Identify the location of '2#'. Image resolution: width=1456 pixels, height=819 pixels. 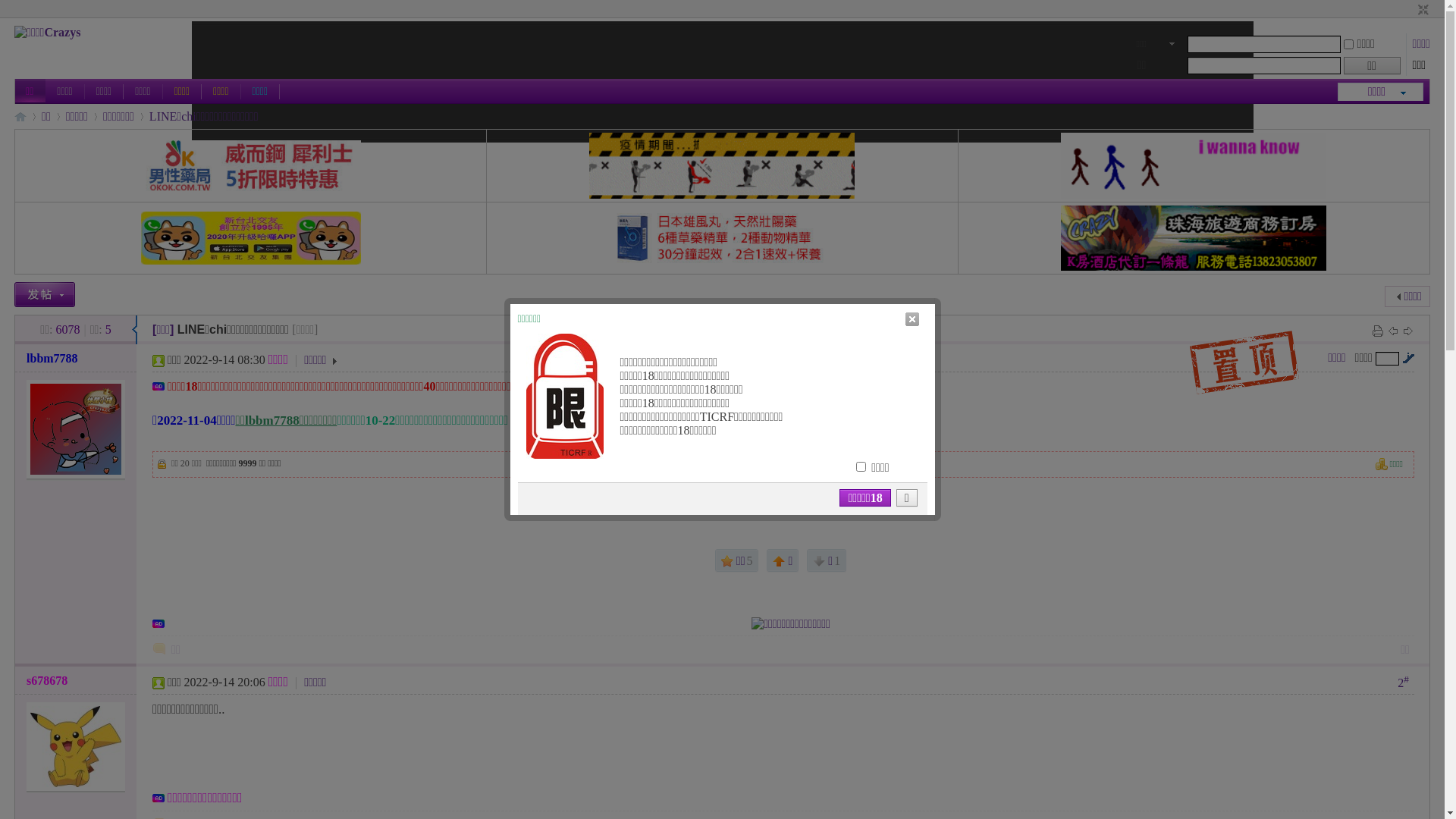
(1402, 680).